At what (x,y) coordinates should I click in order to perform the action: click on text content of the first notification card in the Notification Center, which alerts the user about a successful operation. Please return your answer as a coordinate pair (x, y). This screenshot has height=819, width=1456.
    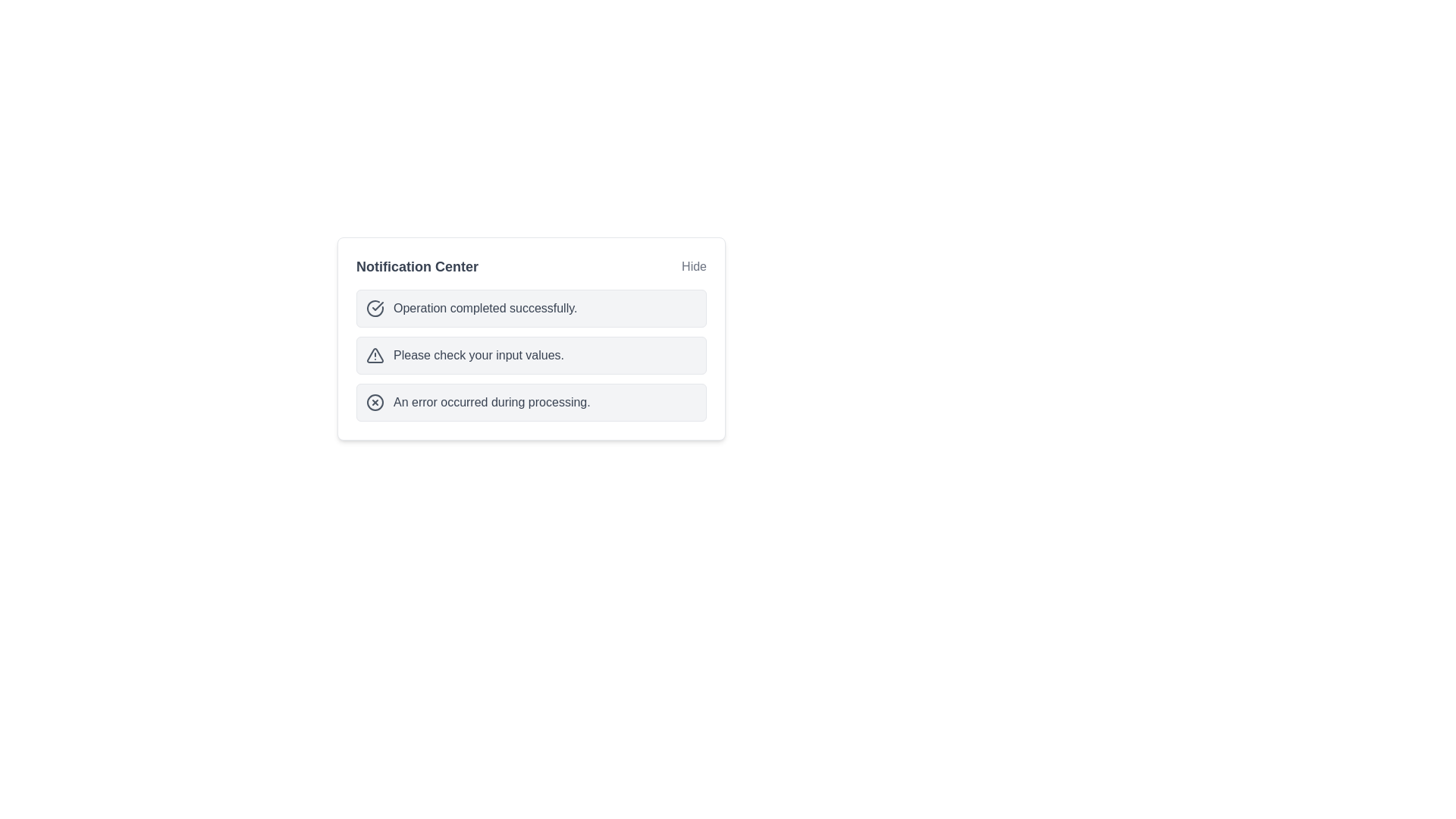
    Looking at the image, I should click on (531, 308).